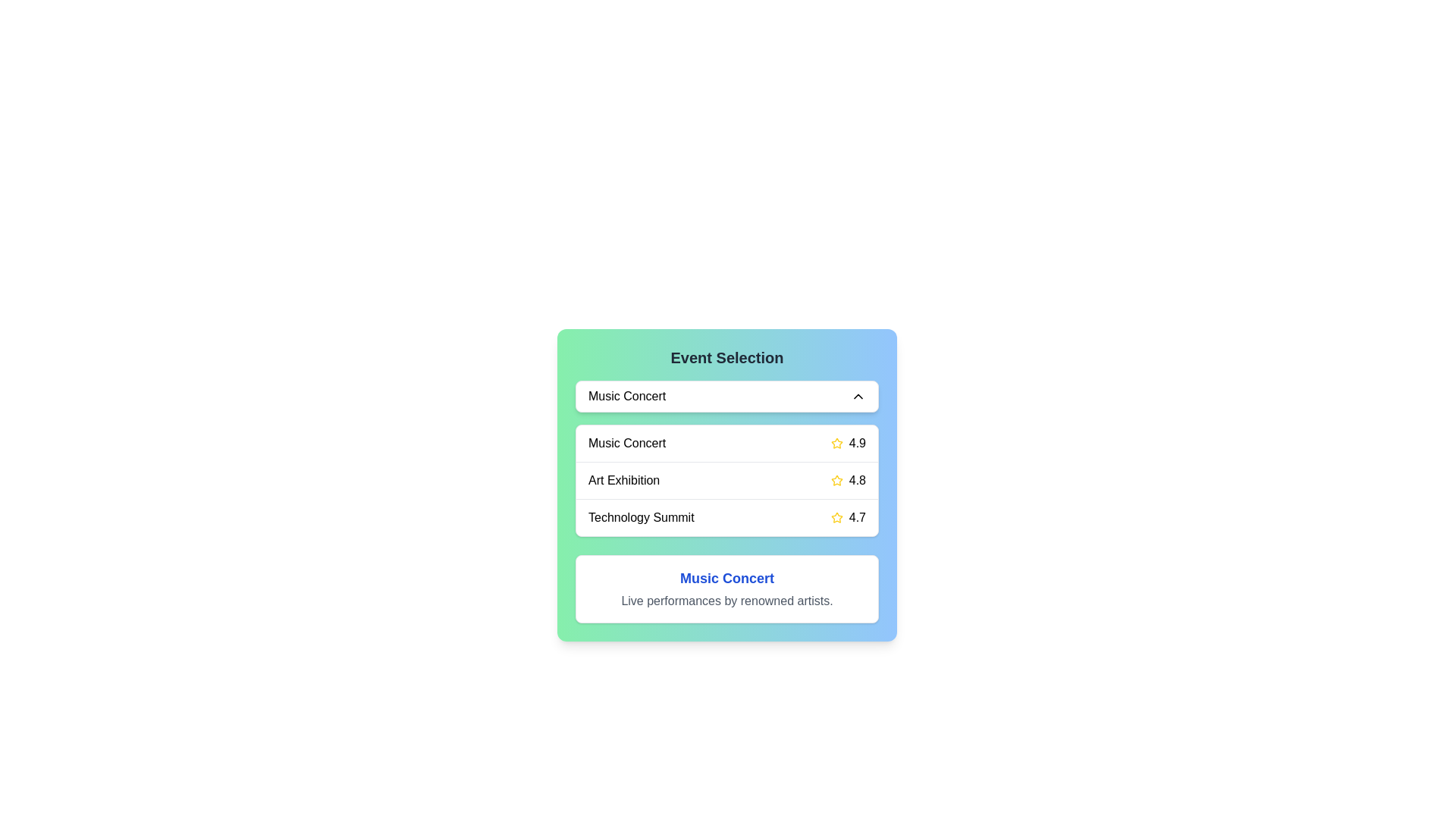  What do you see at coordinates (726, 516) in the screenshot?
I see `on the third selectable list item titled 'Technology Summit' with a rating of '4.7'` at bounding box center [726, 516].